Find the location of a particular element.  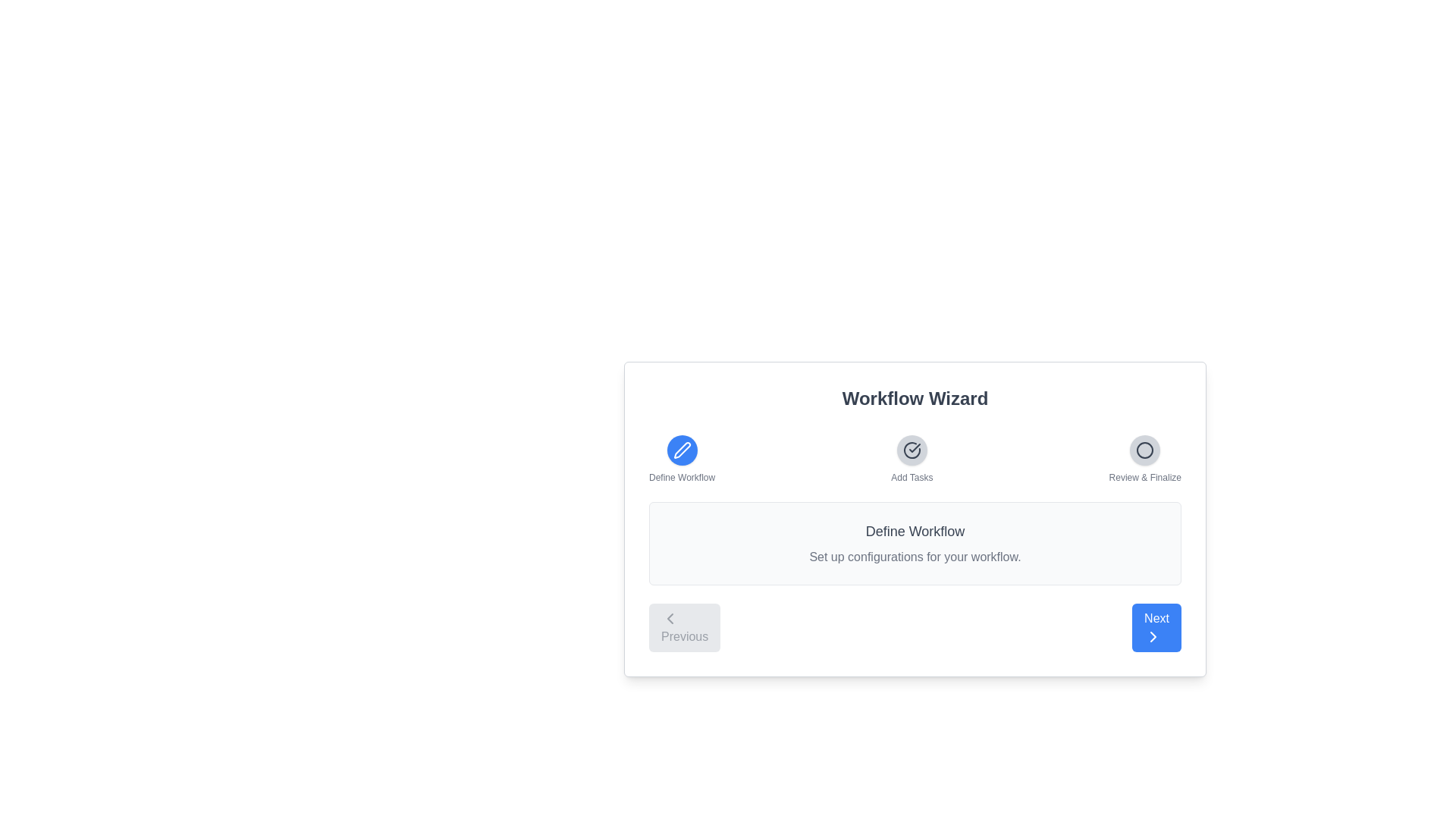

the 'Add Tasks' Icon, which features a circular checkmark design and is the second element in a set of three icons in the workflow wizard is located at coordinates (911, 450).